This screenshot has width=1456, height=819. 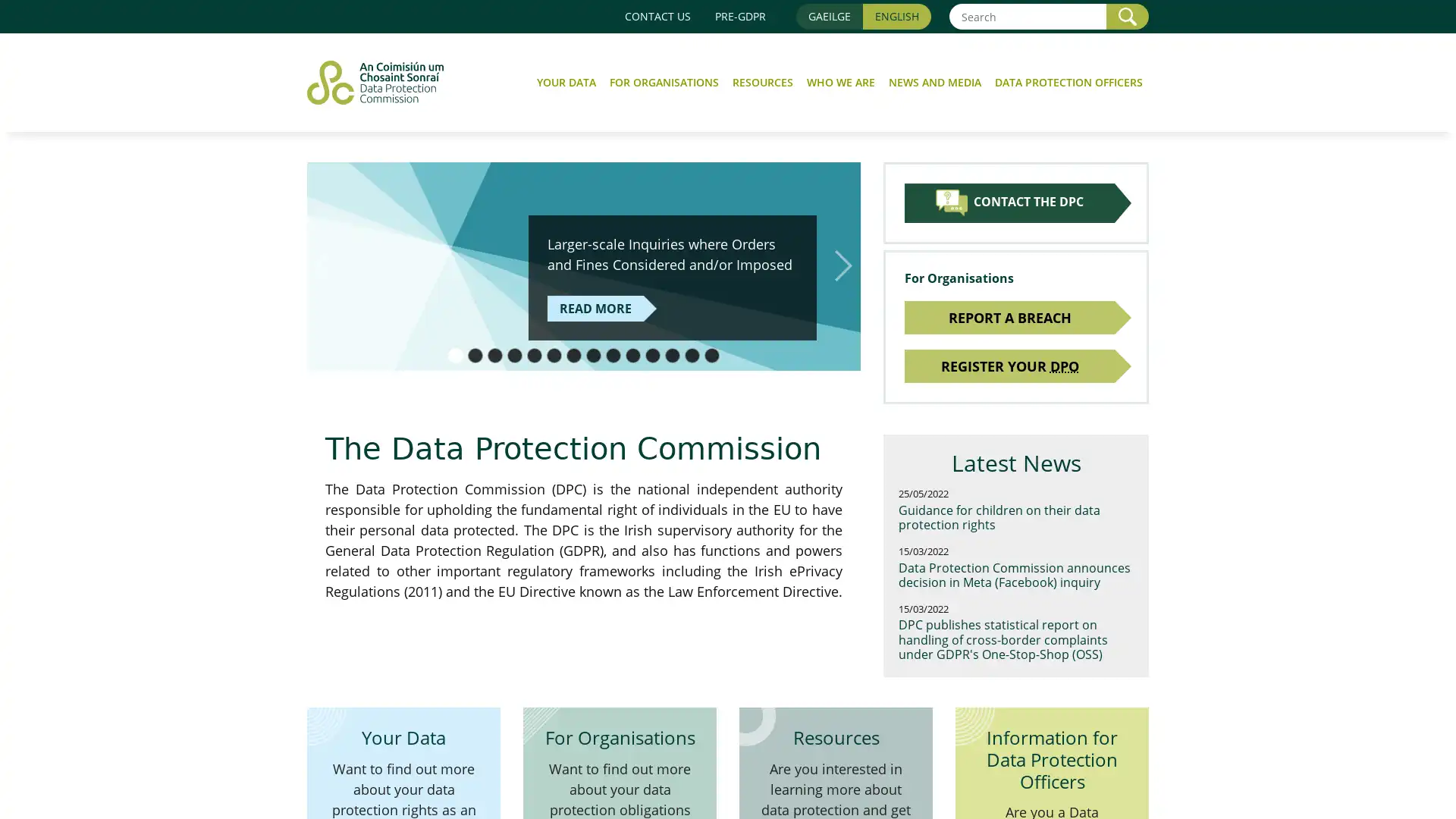 What do you see at coordinates (1128, 16) in the screenshot?
I see `SEARCH` at bounding box center [1128, 16].